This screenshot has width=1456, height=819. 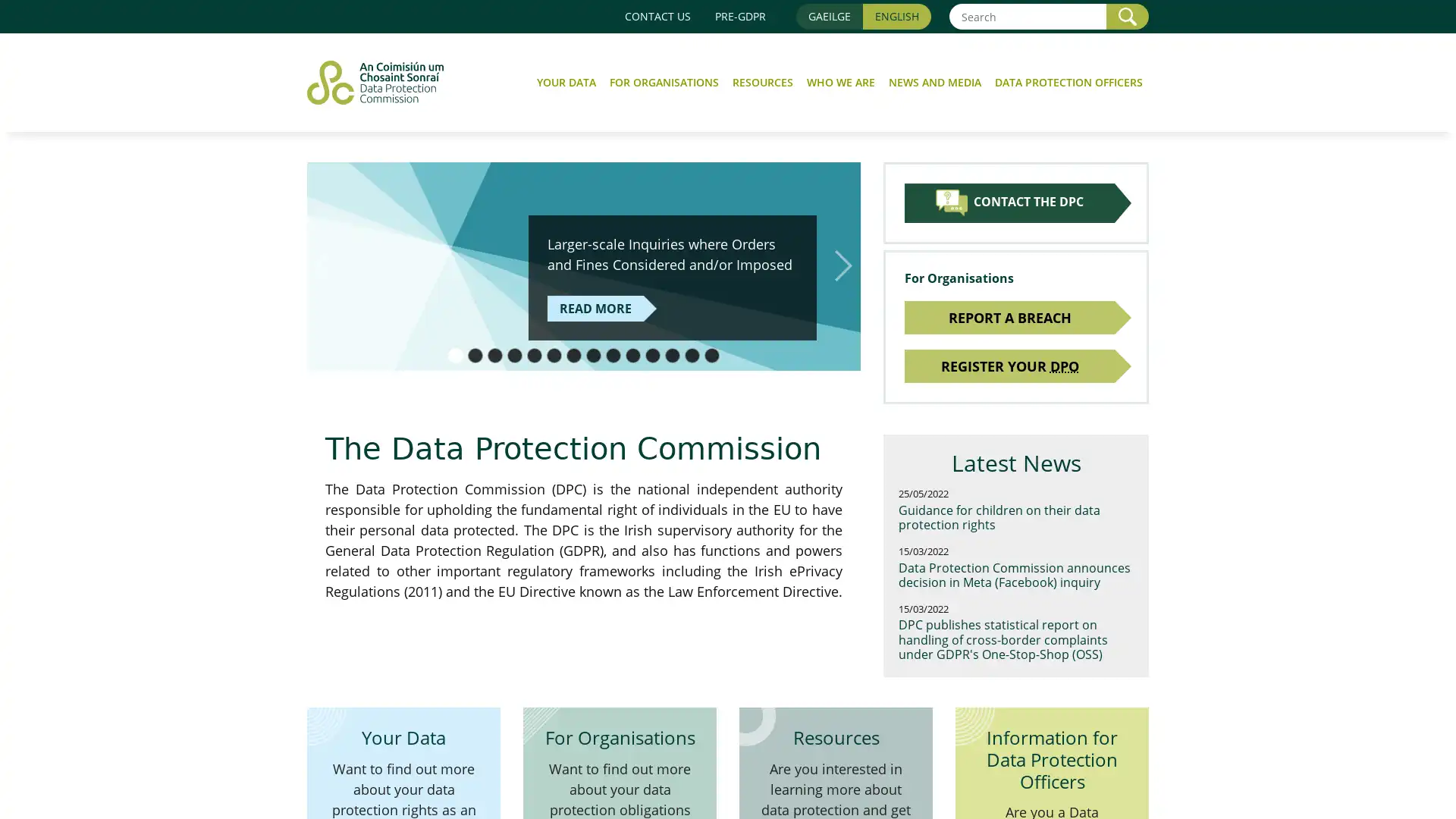 What do you see at coordinates (1128, 16) in the screenshot?
I see `SEARCH` at bounding box center [1128, 16].